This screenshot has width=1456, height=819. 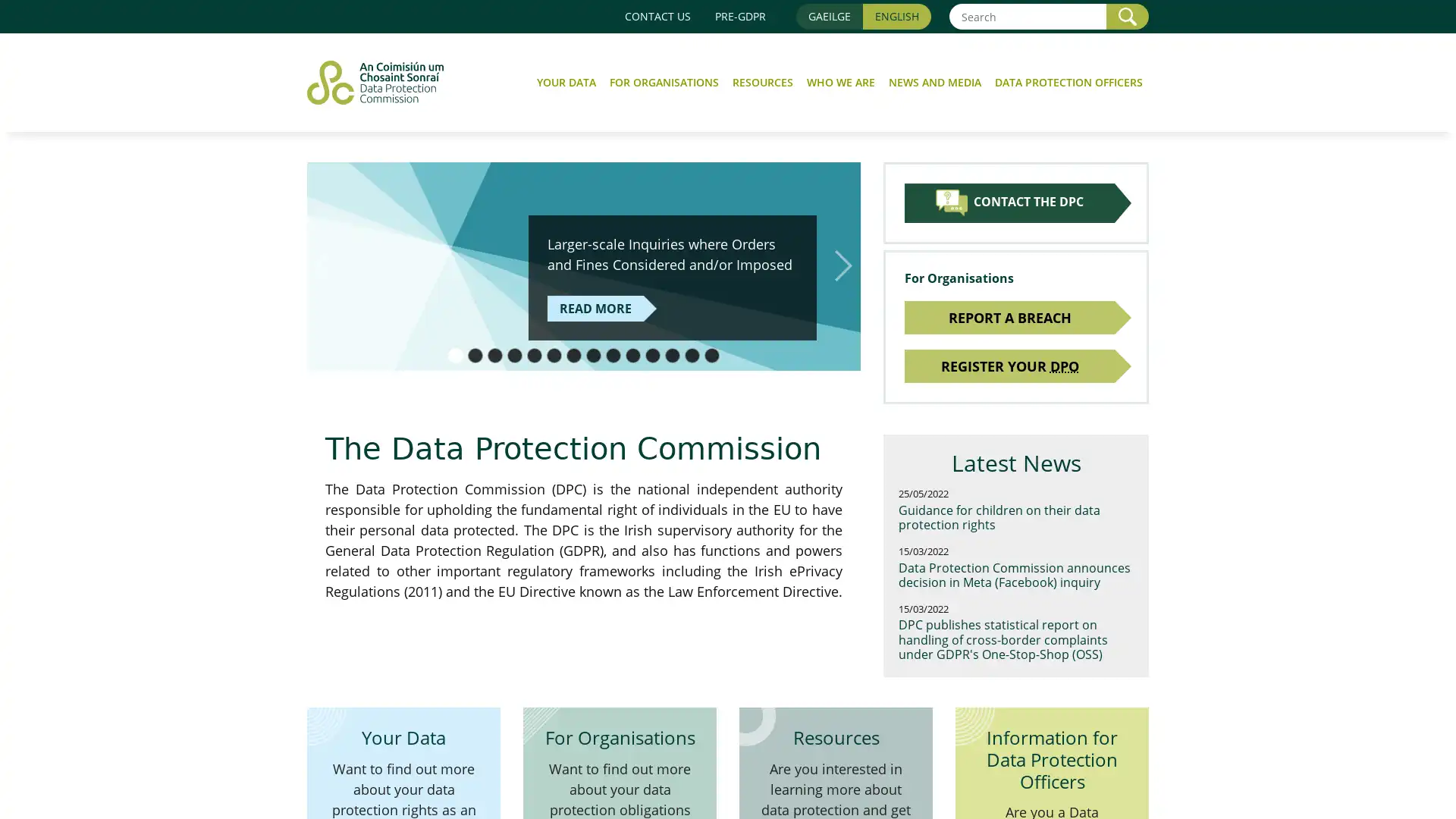 What do you see at coordinates (1128, 16) in the screenshot?
I see `SEARCH` at bounding box center [1128, 16].